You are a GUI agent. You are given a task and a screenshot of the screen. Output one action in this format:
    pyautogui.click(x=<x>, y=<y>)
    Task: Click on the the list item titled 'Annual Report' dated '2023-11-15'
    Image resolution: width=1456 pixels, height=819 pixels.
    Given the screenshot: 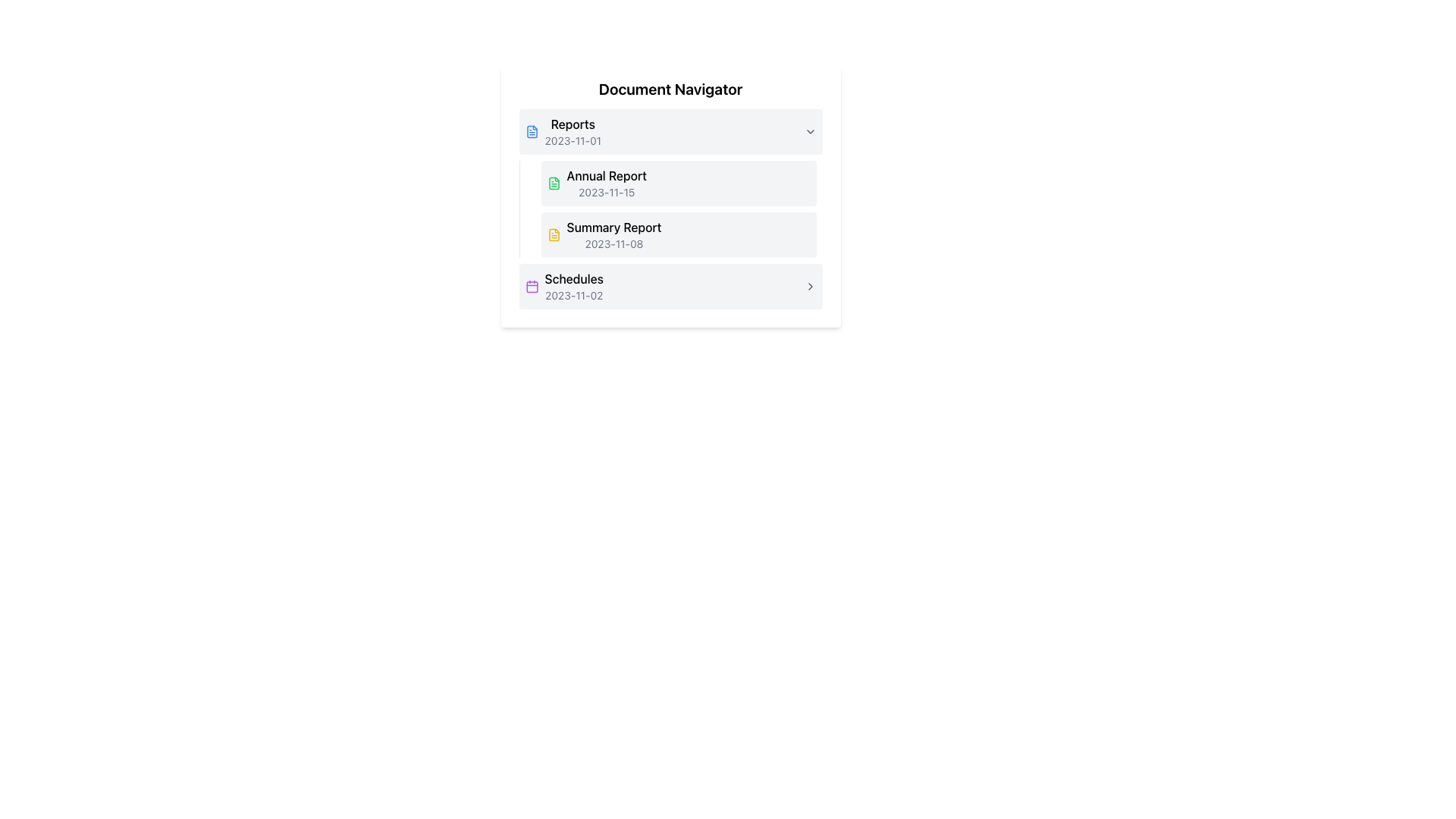 What is the action you would take?
    pyautogui.click(x=677, y=183)
    